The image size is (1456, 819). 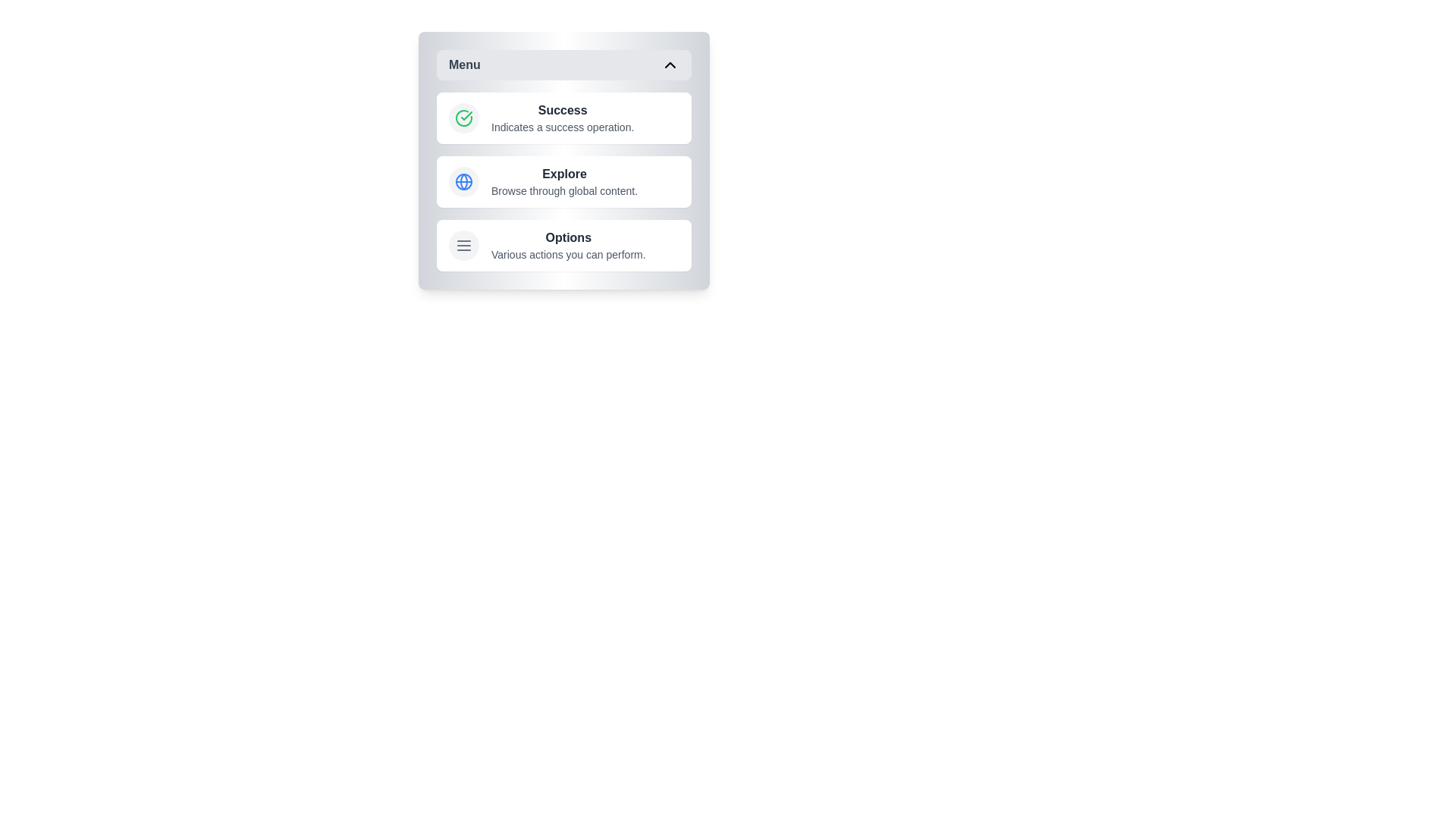 What do you see at coordinates (563, 245) in the screenshot?
I see `the menu item labeled Options` at bounding box center [563, 245].